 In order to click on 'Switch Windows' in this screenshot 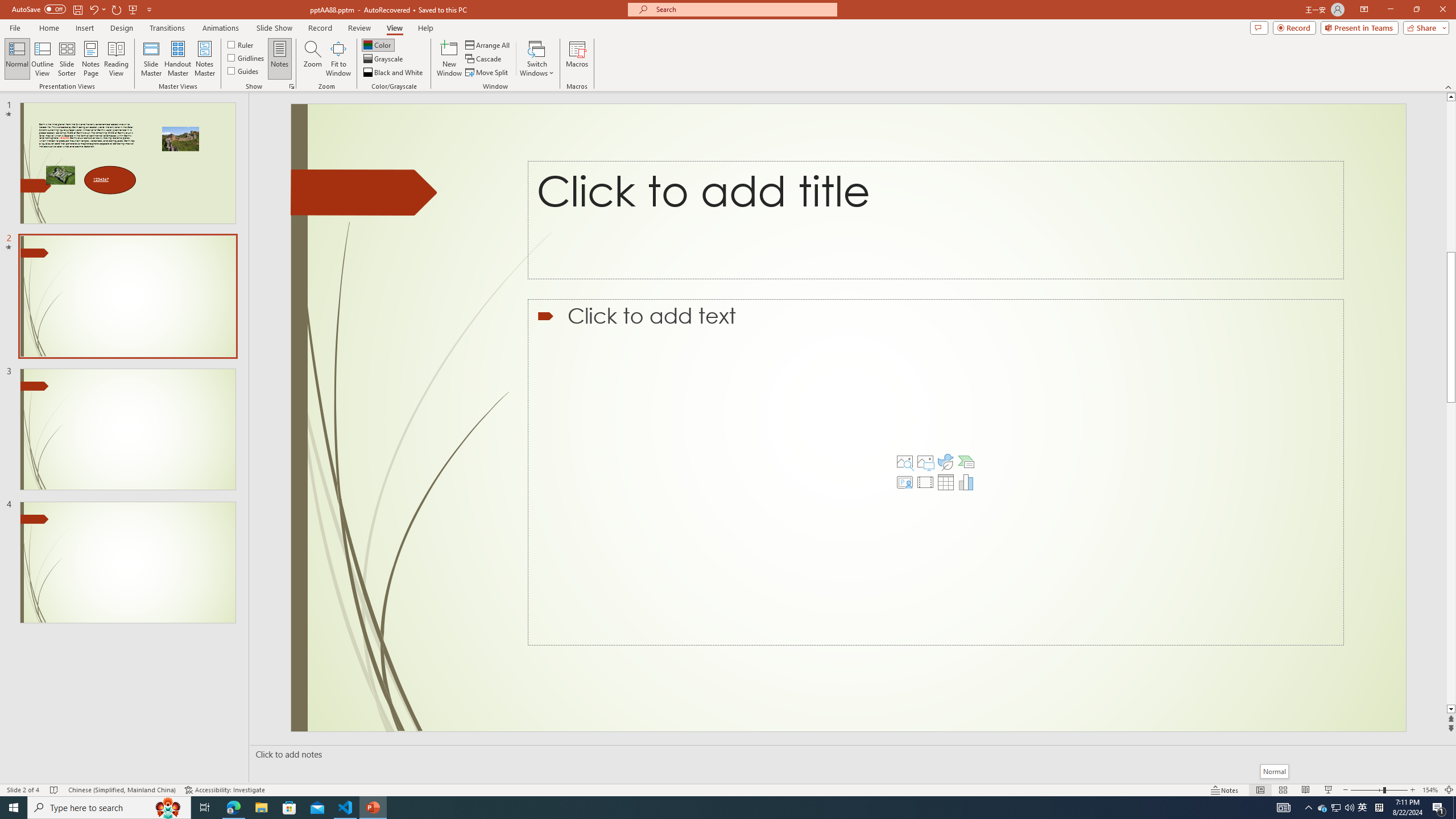, I will do `click(536, 59)`.